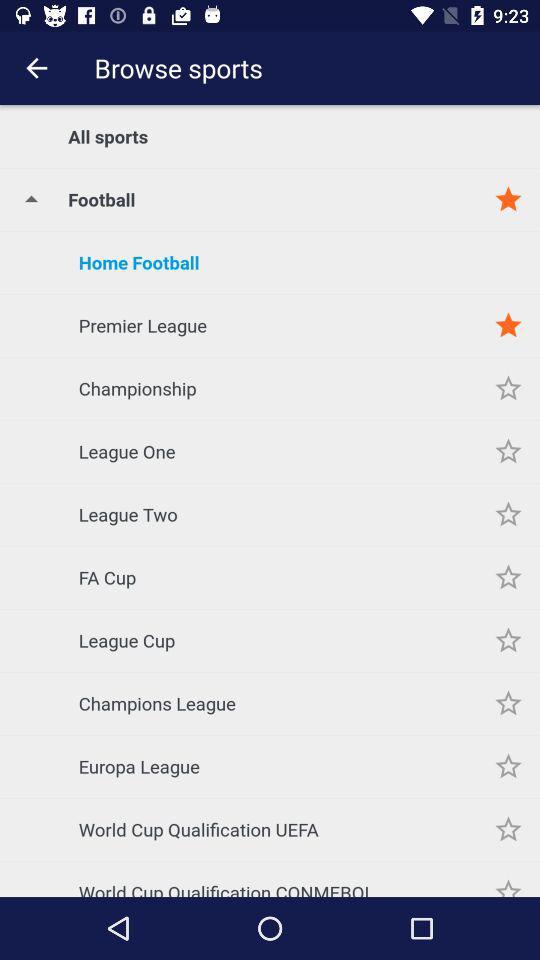 The height and width of the screenshot is (960, 540). I want to click on as favorites option, so click(508, 451).